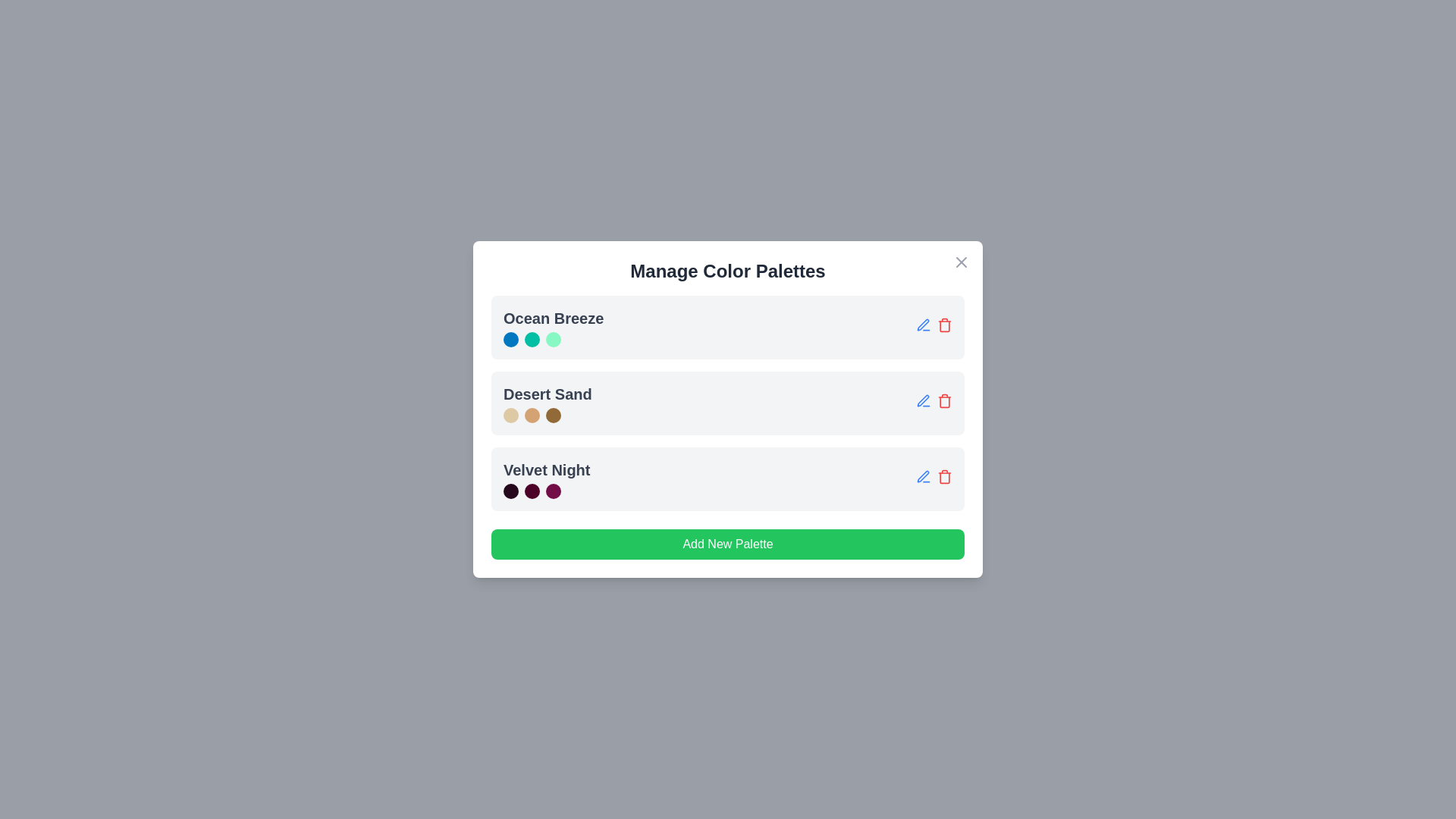 Image resolution: width=1456 pixels, height=819 pixels. I want to click on the palette name Desert Sand to view its details, so click(546, 403).